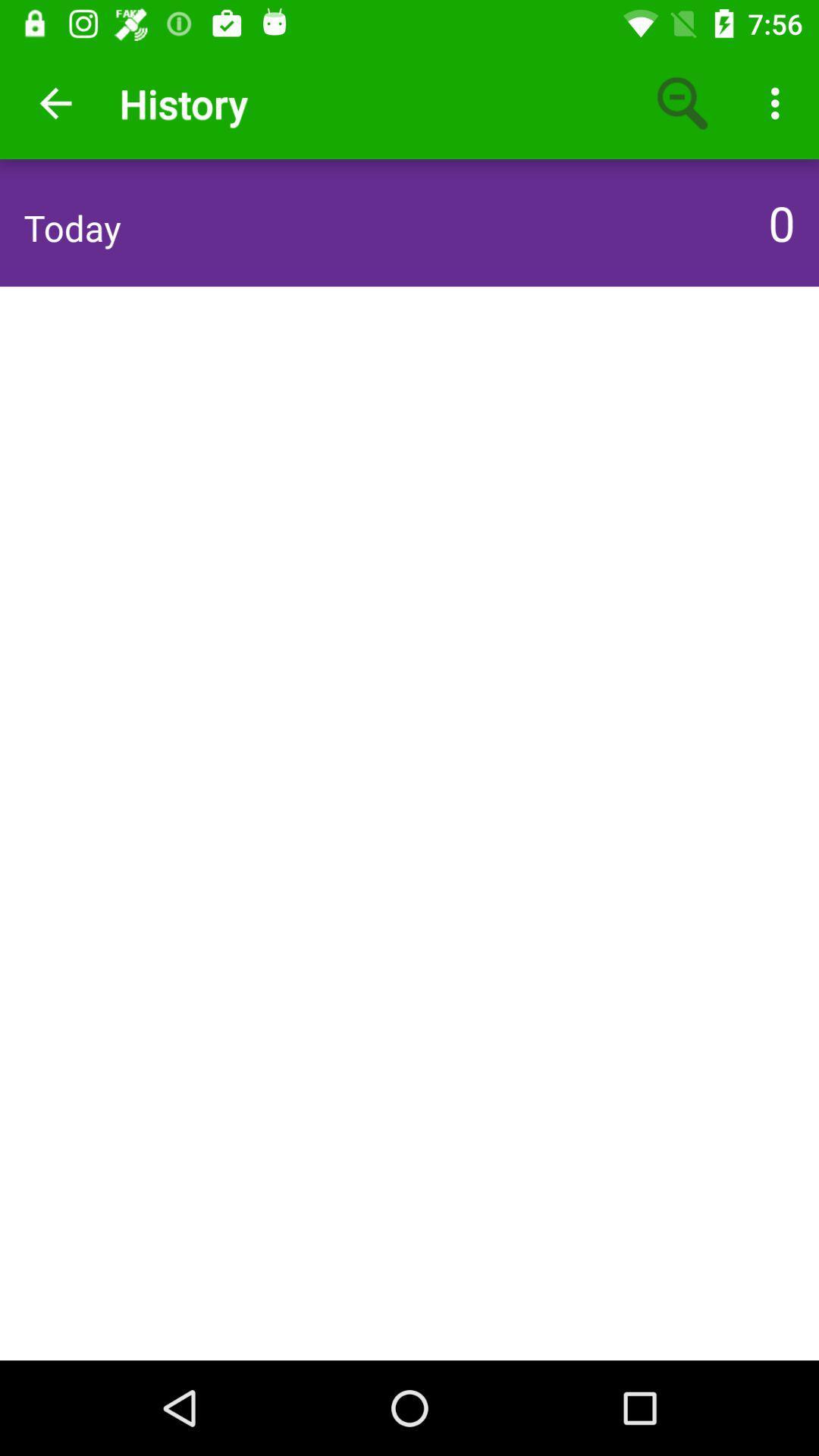  Describe the element at coordinates (683, 102) in the screenshot. I see `app next to history app` at that location.